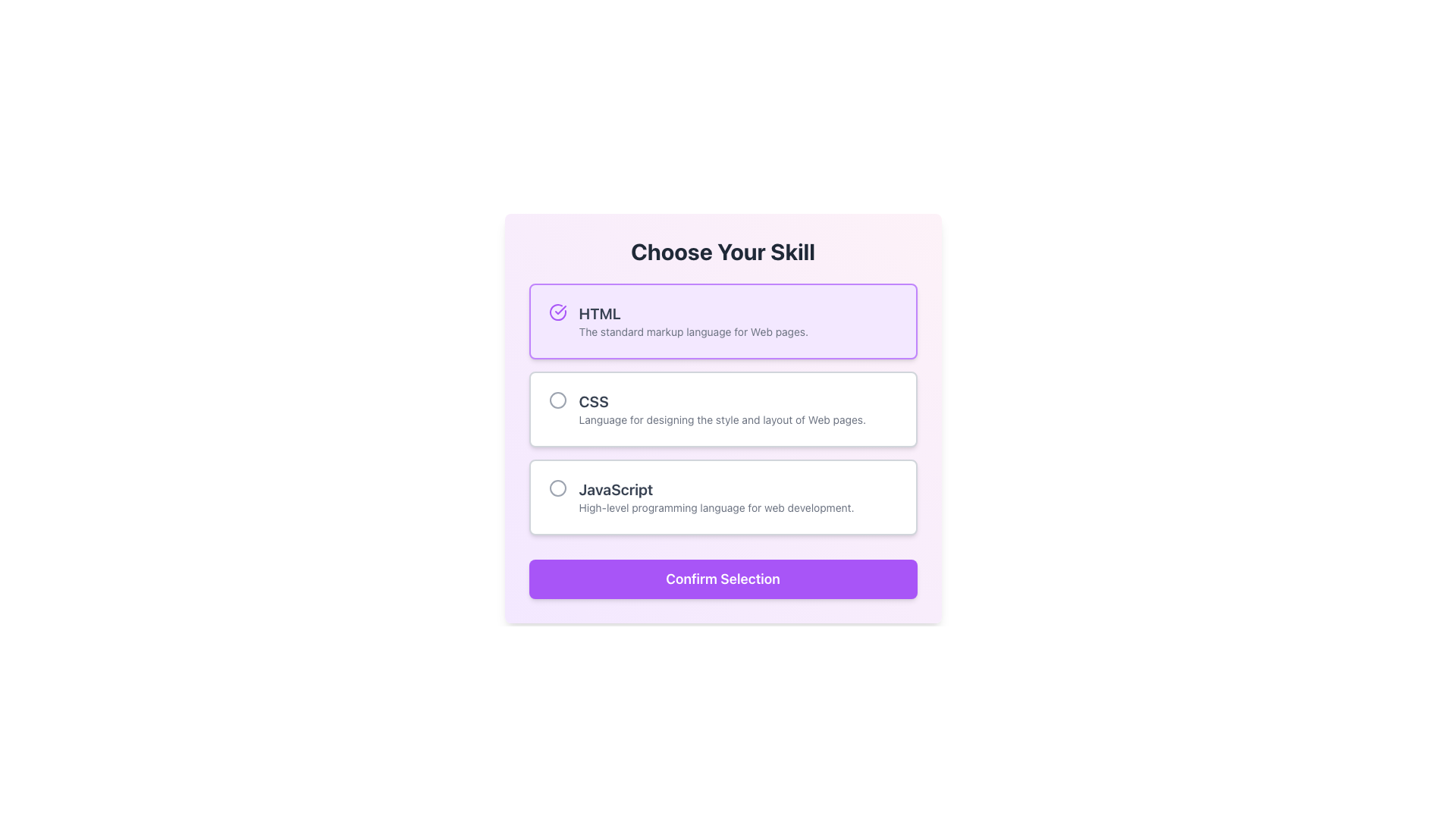 This screenshot has width=1456, height=819. I want to click on textual description within the 'JavaScript' selectable card, which is the third card in a vertical list of programming-related skills, so click(716, 497).